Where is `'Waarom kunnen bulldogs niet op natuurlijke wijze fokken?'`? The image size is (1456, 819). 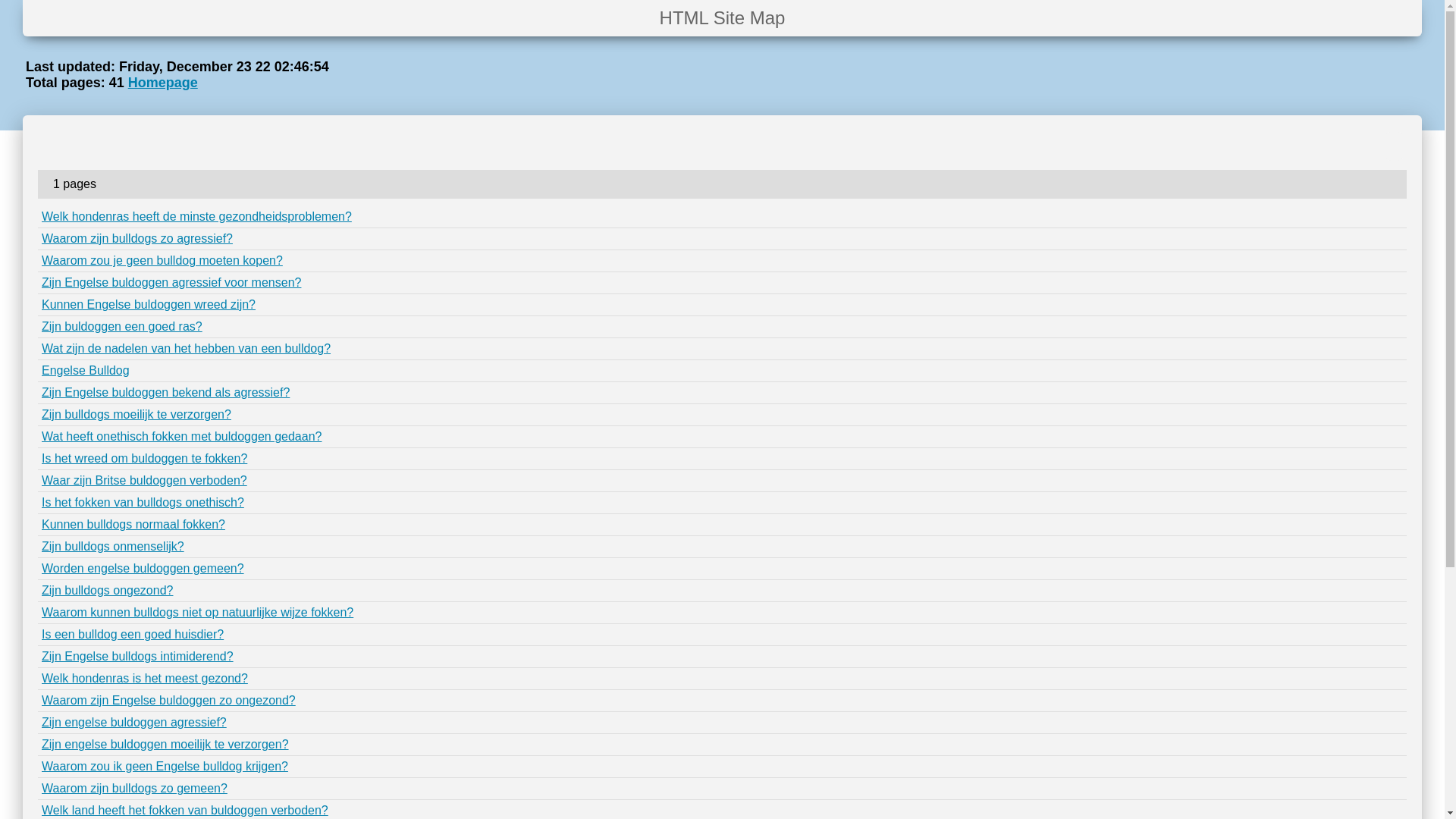 'Waarom kunnen bulldogs niet op natuurlijke wijze fokken?' is located at coordinates (196, 611).